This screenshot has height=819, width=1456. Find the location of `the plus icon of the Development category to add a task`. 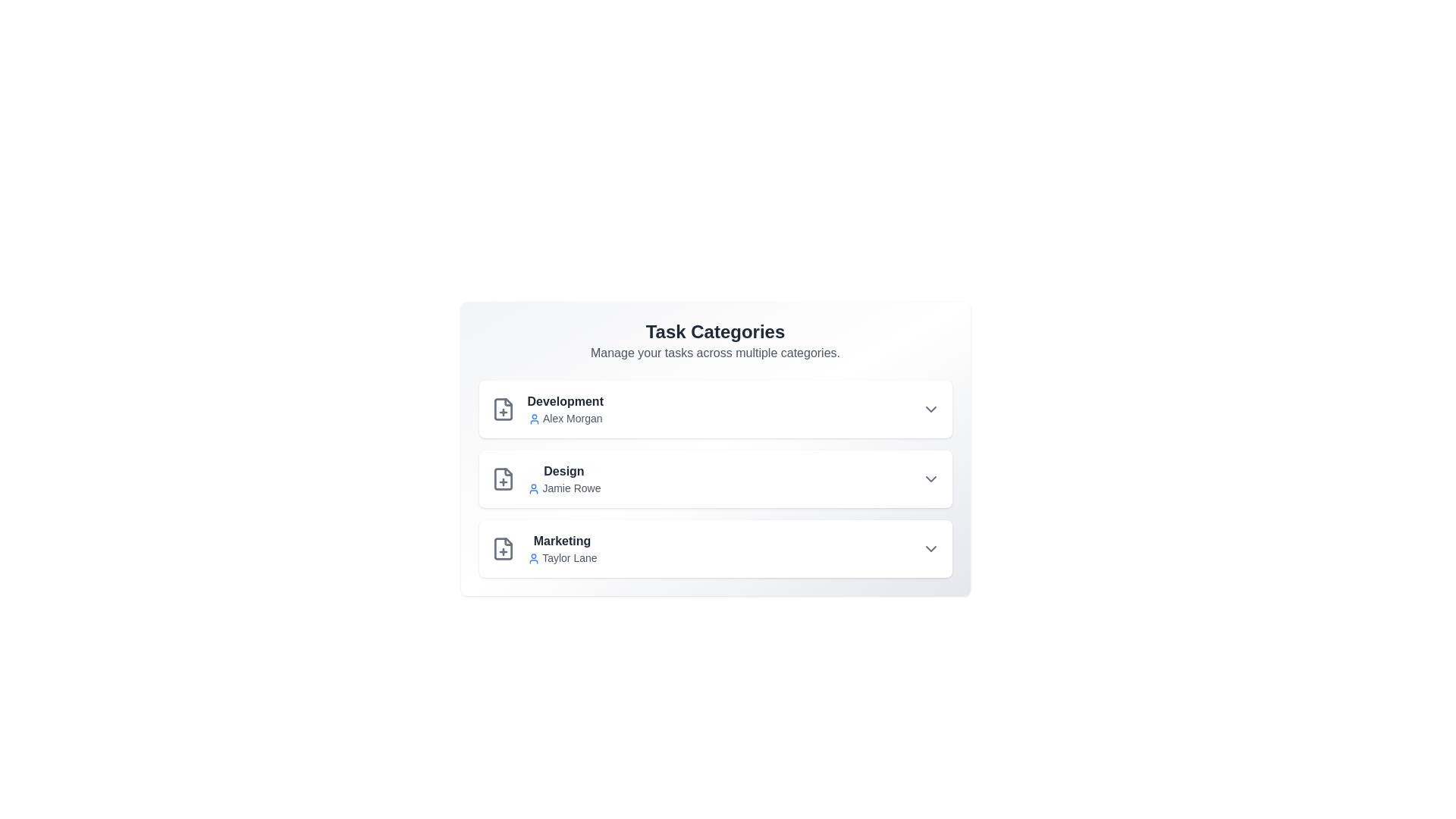

the plus icon of the Development category to add a task is located at coordinates (503, 409).